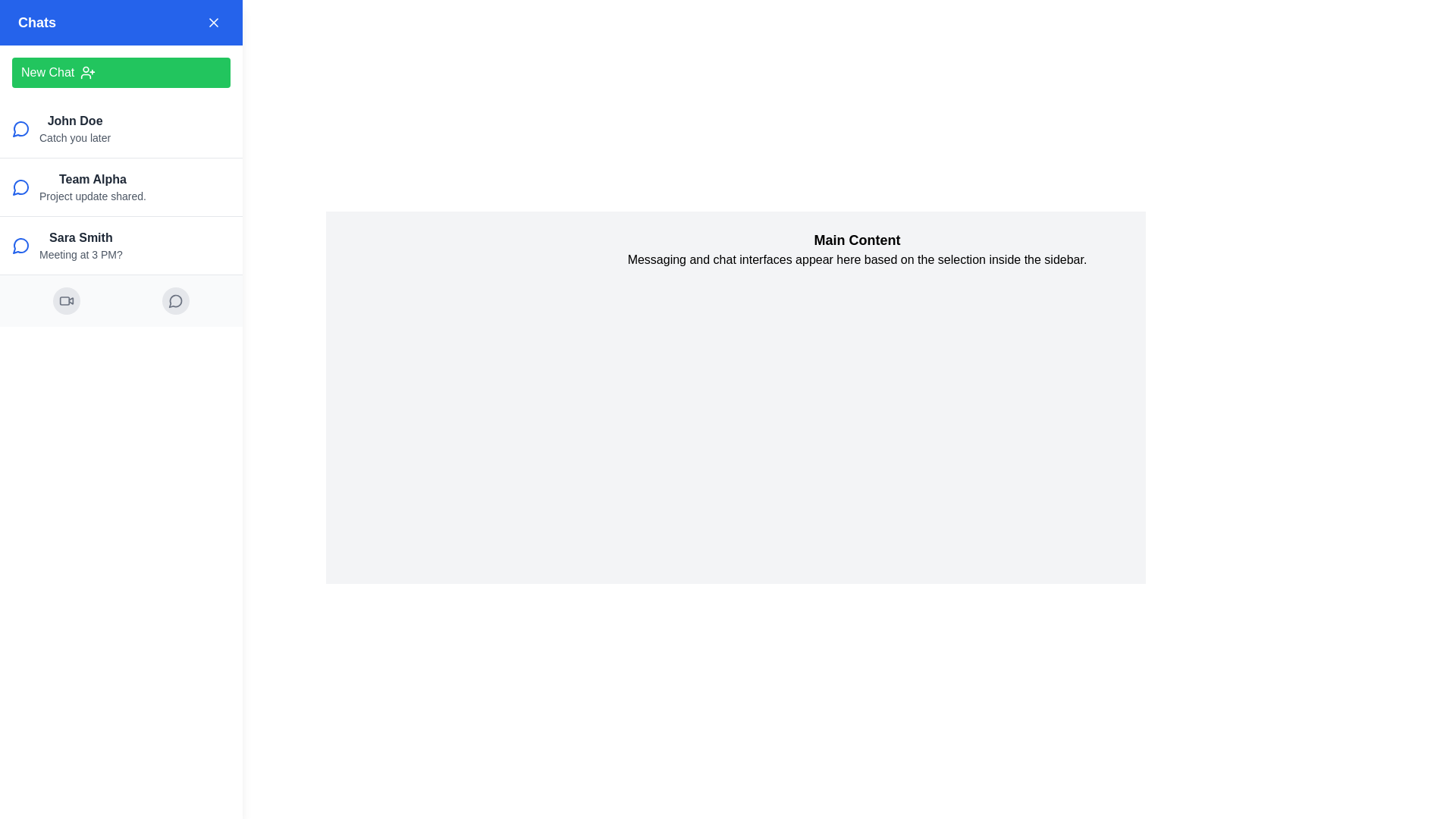 This screenshot has height=819, width=1456. Describe the element at coordinates (213, 23) in the screenshot. I see `the minimalistic cross icon located at the top-right corner of the sidebar header within the blue 'Chats' header bar` at that location.